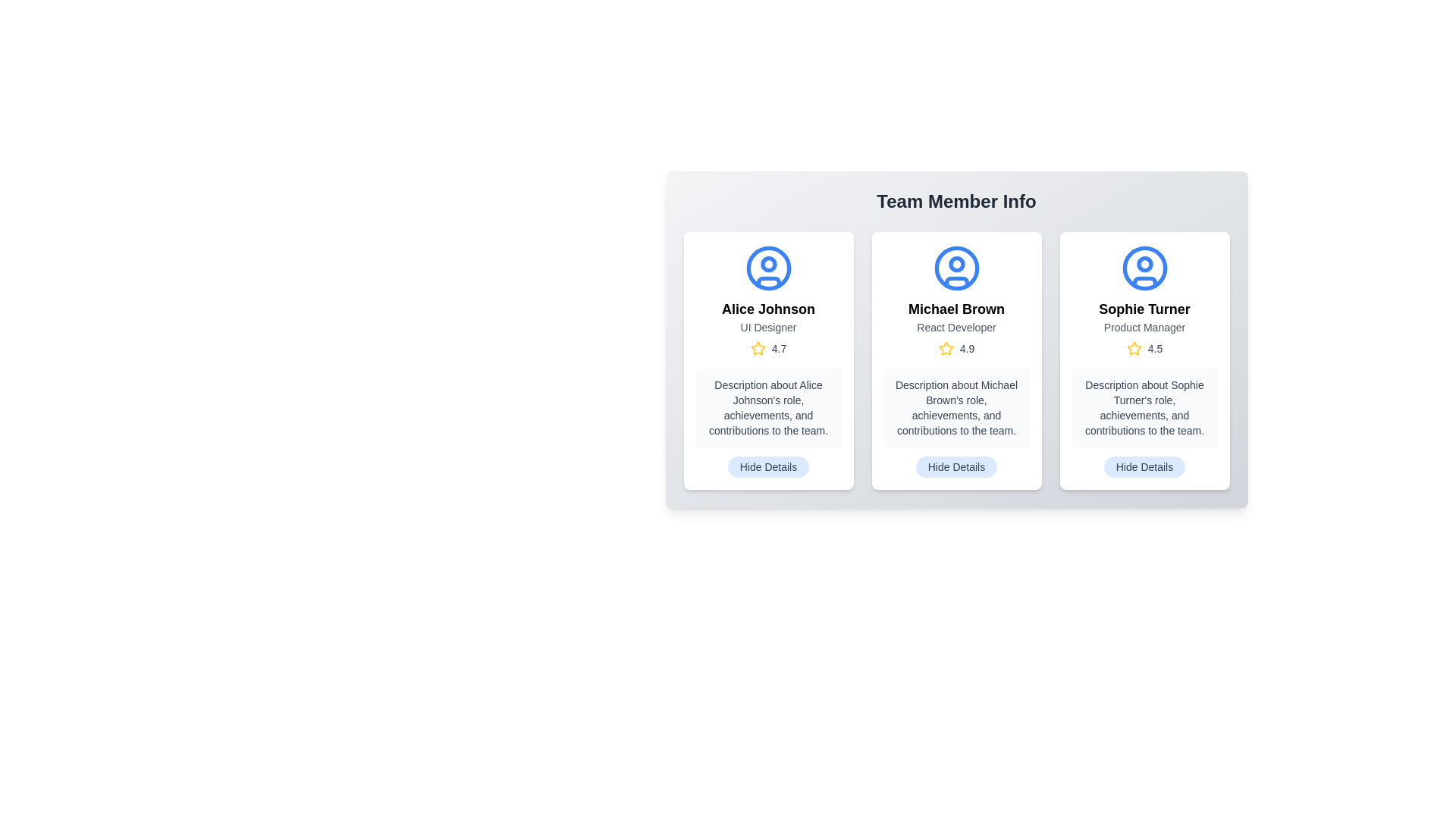  Describe the element at coordinates (945, 348) in the screenshot. I see `the high rating icon located in the second card of a three-card layout, positioned above the description area and adjacent to the '4.9' rating text` at that location.